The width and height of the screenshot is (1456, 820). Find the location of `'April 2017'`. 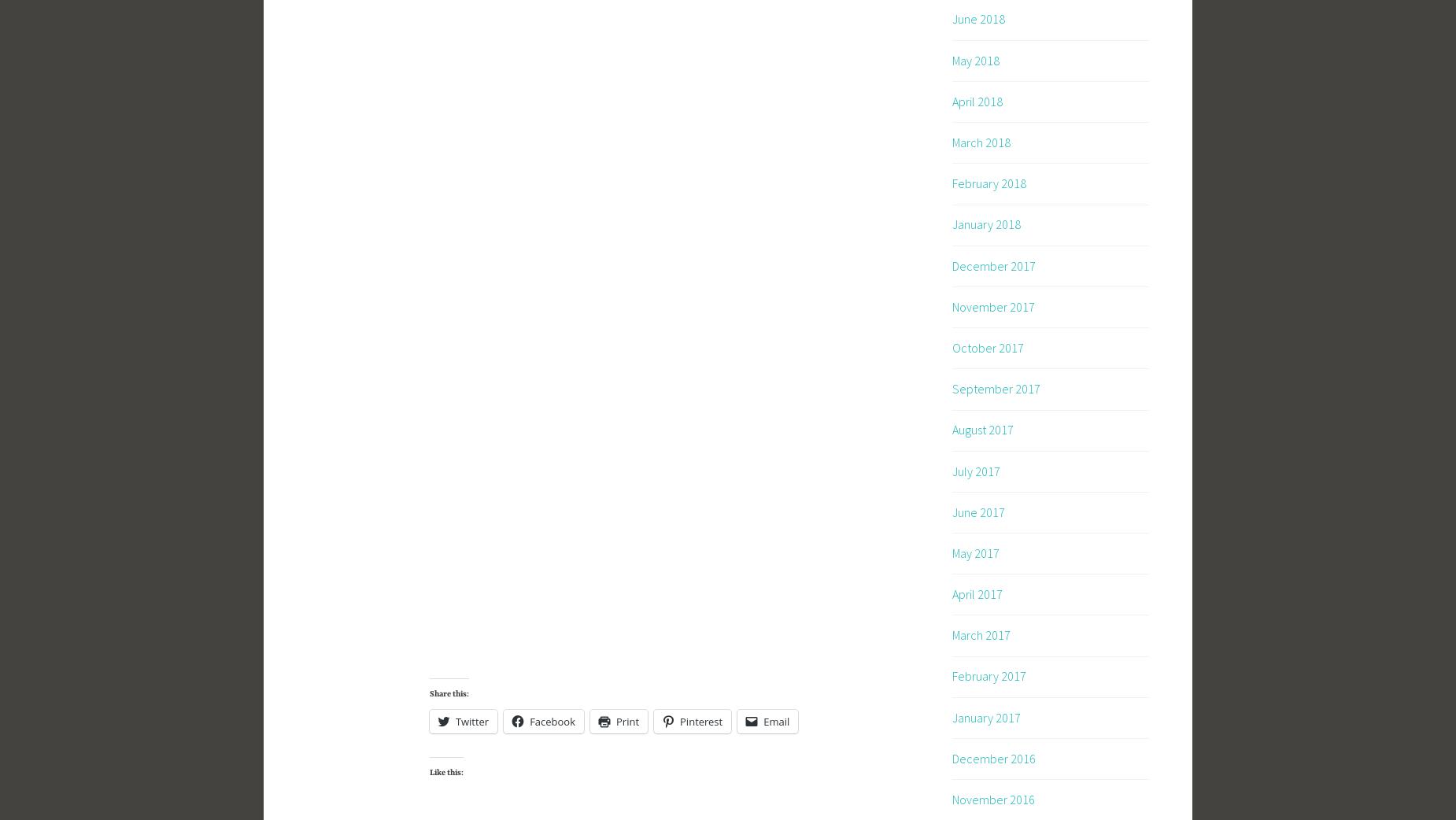

'April 2017' is located at coordinates (977, 593).